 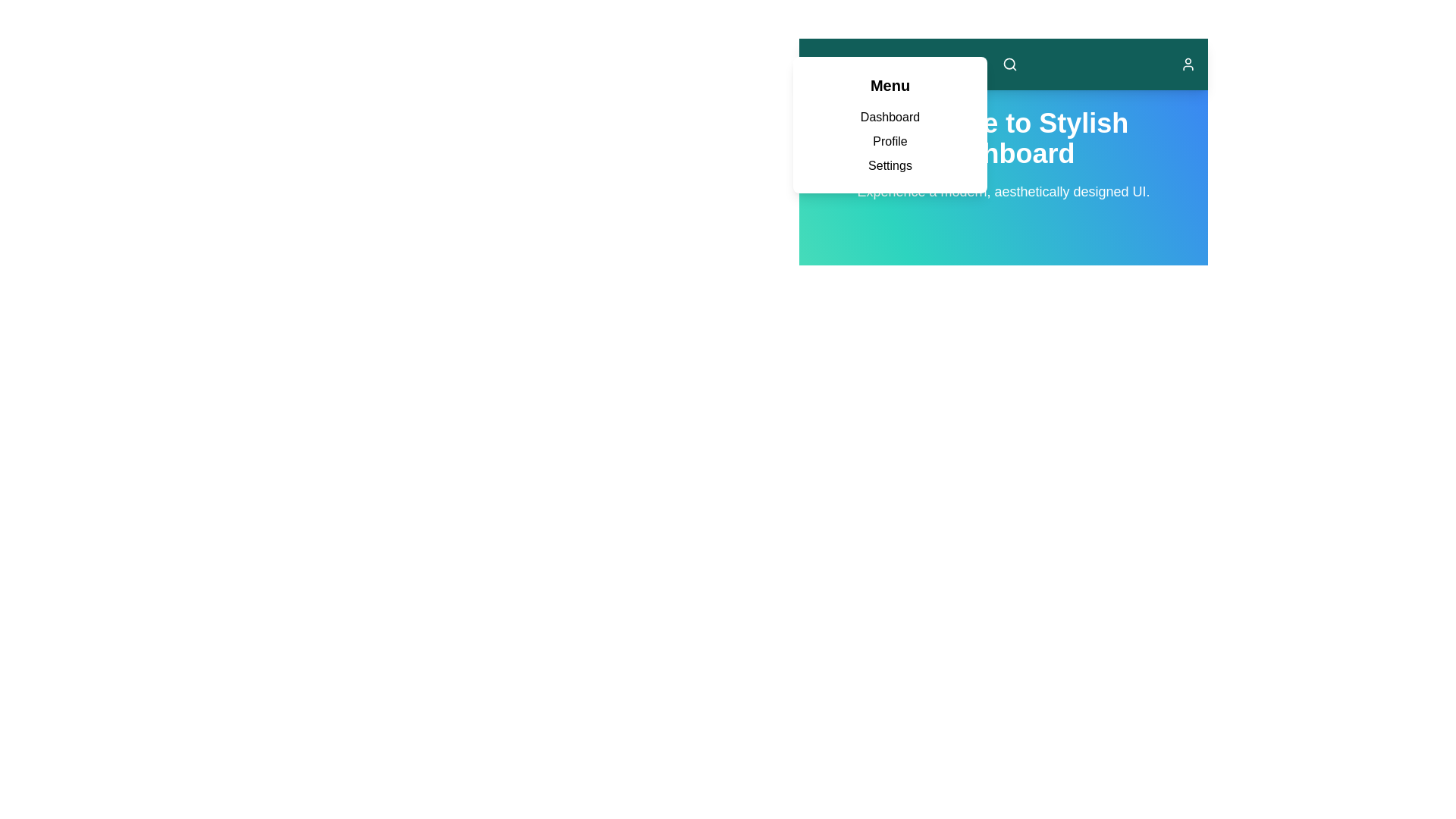 I want to click on the menu link corresponding to Settings, so click(x=890, y=165).